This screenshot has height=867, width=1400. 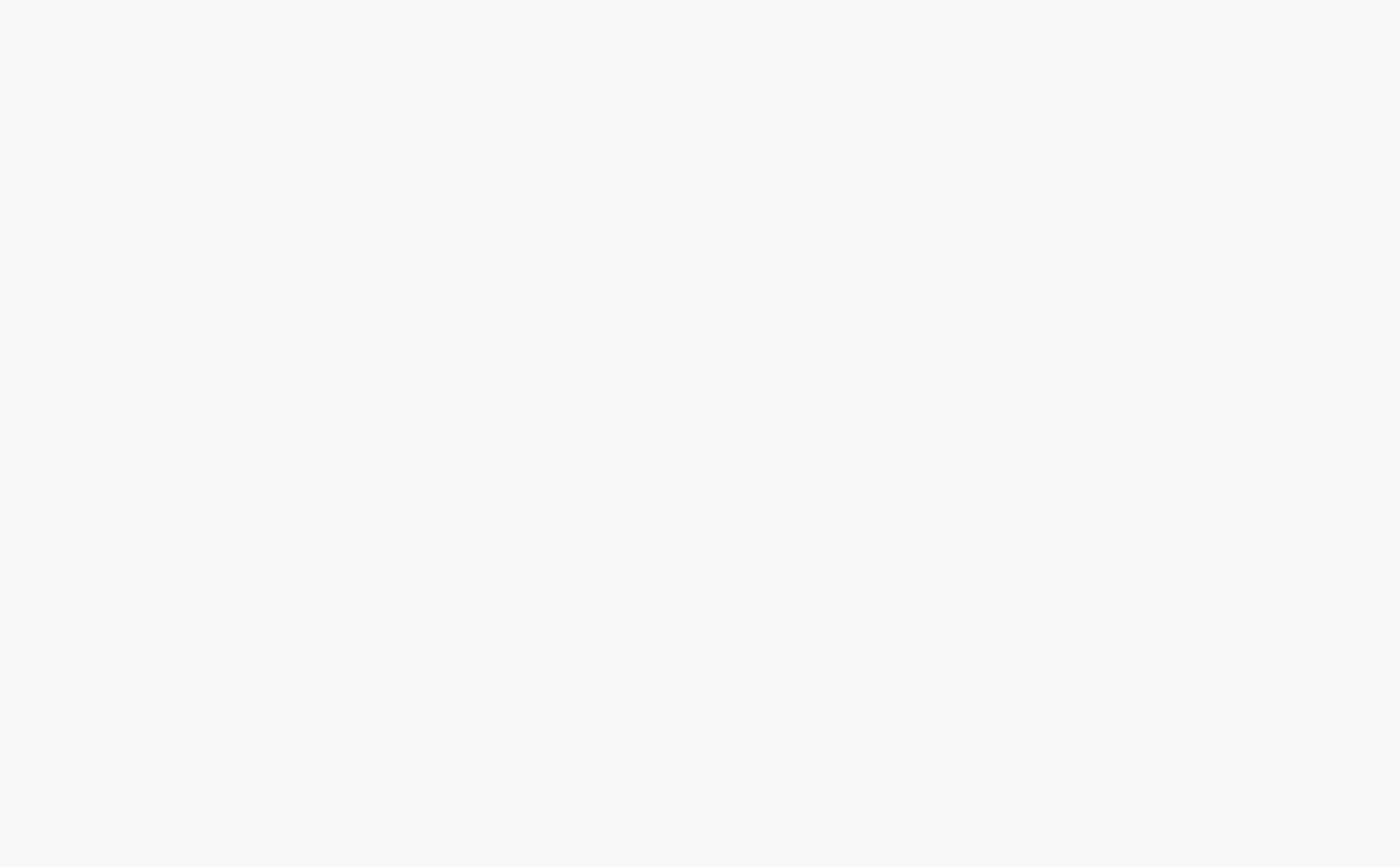 I want to click on 'You may like these posts', so click(x=309, y=95).